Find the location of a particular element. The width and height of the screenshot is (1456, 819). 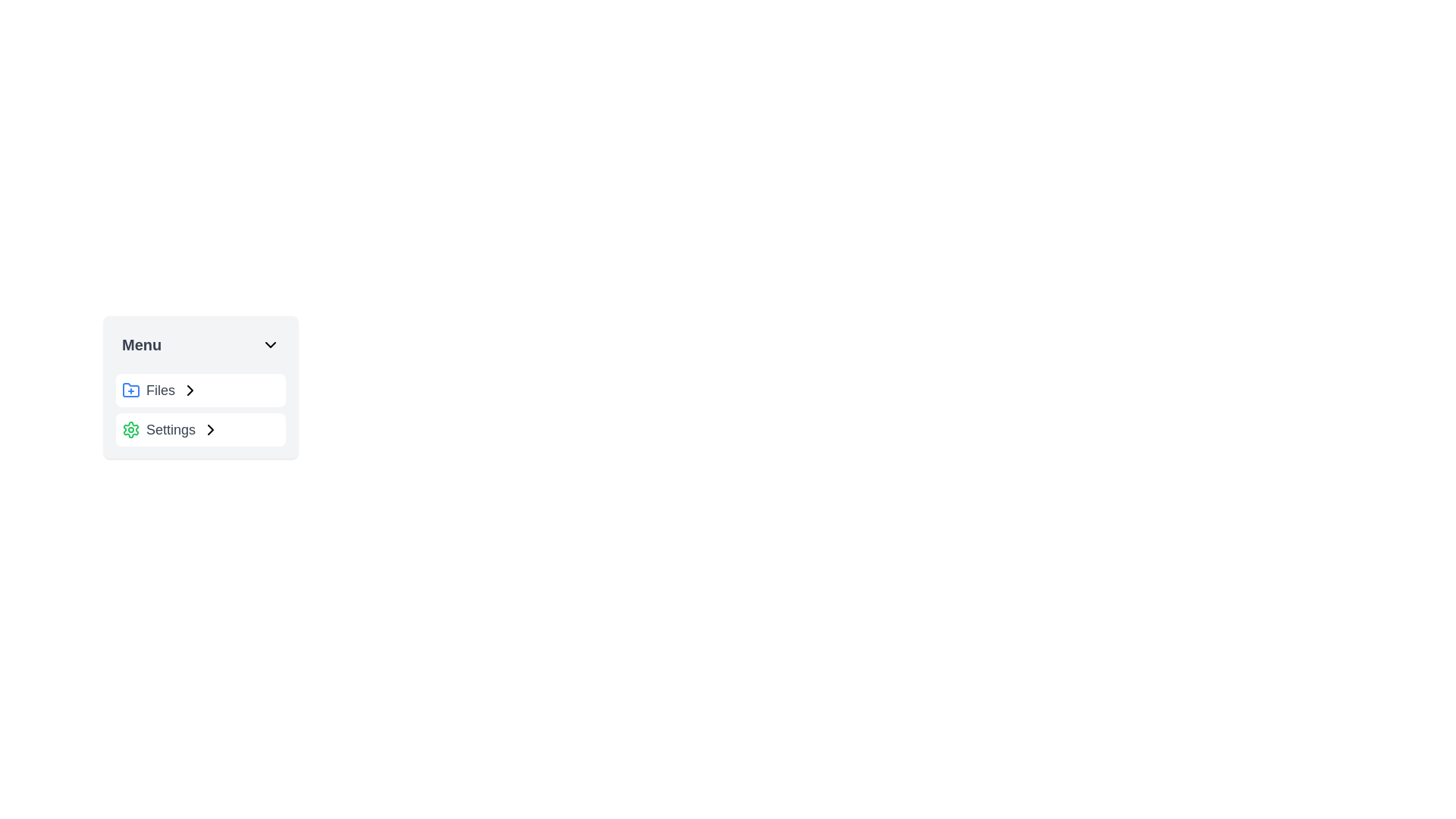

the gear icon with a green border located to the left of the 'Settings' text in the menu section is located at coordinates (130, 430).